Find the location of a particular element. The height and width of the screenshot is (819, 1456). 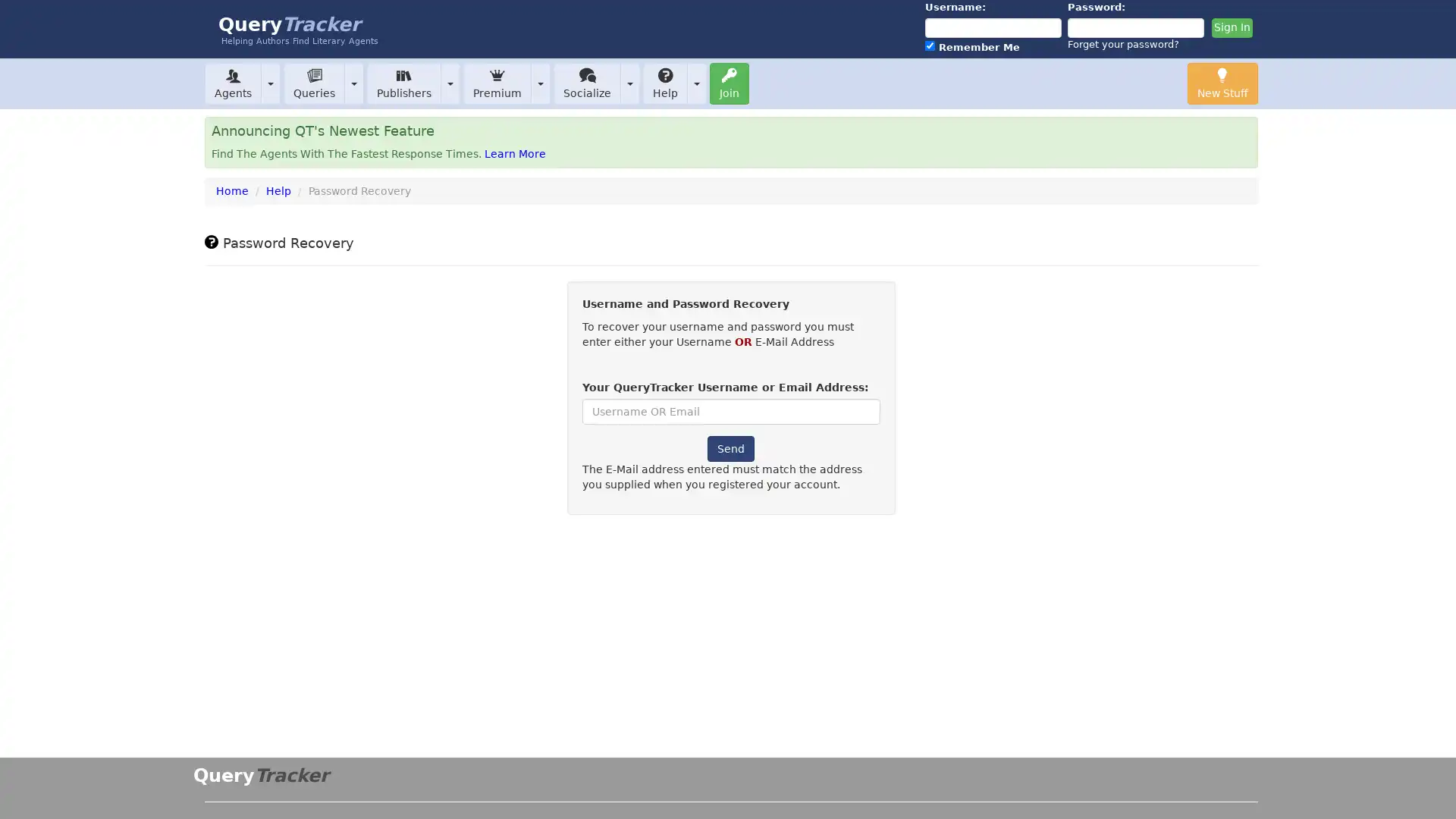

Toggle Dropdown is located at coordinates (695, 83).